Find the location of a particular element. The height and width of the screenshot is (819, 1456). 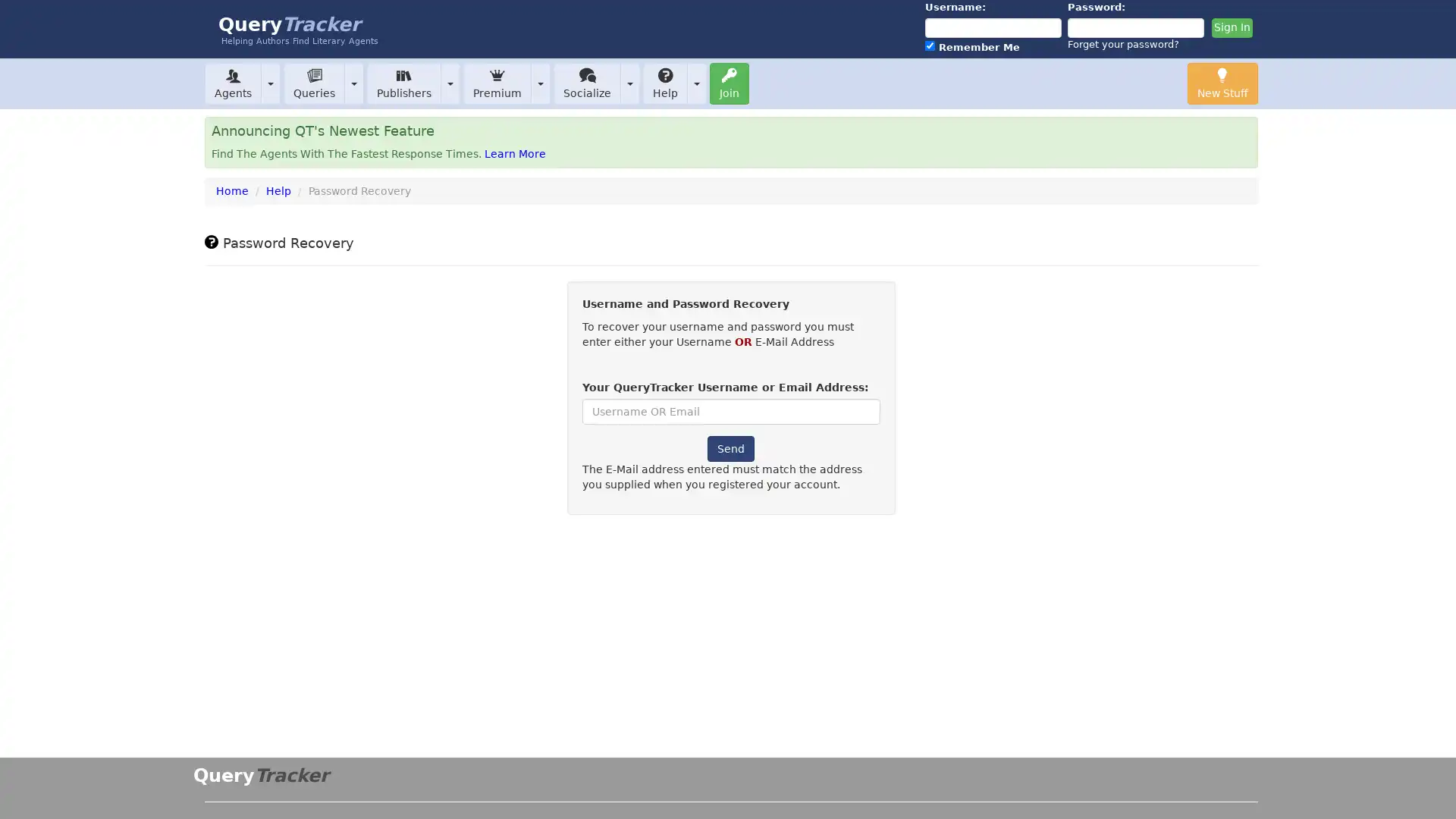

Toggle Dropdown is located at coordinates (695, 83).